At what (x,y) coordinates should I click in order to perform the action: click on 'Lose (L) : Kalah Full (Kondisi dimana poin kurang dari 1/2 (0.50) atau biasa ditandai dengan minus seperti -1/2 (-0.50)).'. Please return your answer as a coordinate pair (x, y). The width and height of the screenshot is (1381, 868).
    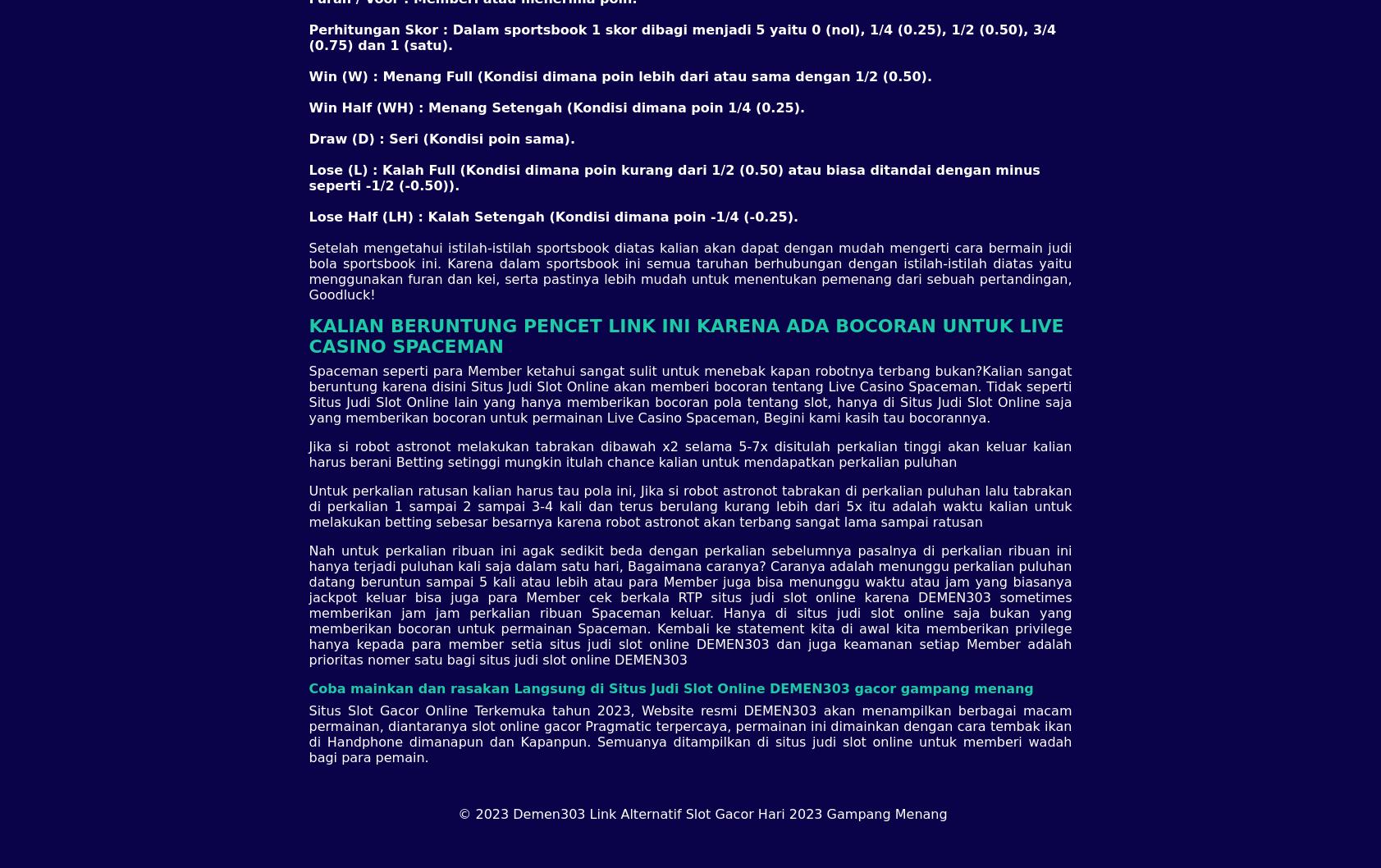
    Looking at the image, I should click on (673, 177).